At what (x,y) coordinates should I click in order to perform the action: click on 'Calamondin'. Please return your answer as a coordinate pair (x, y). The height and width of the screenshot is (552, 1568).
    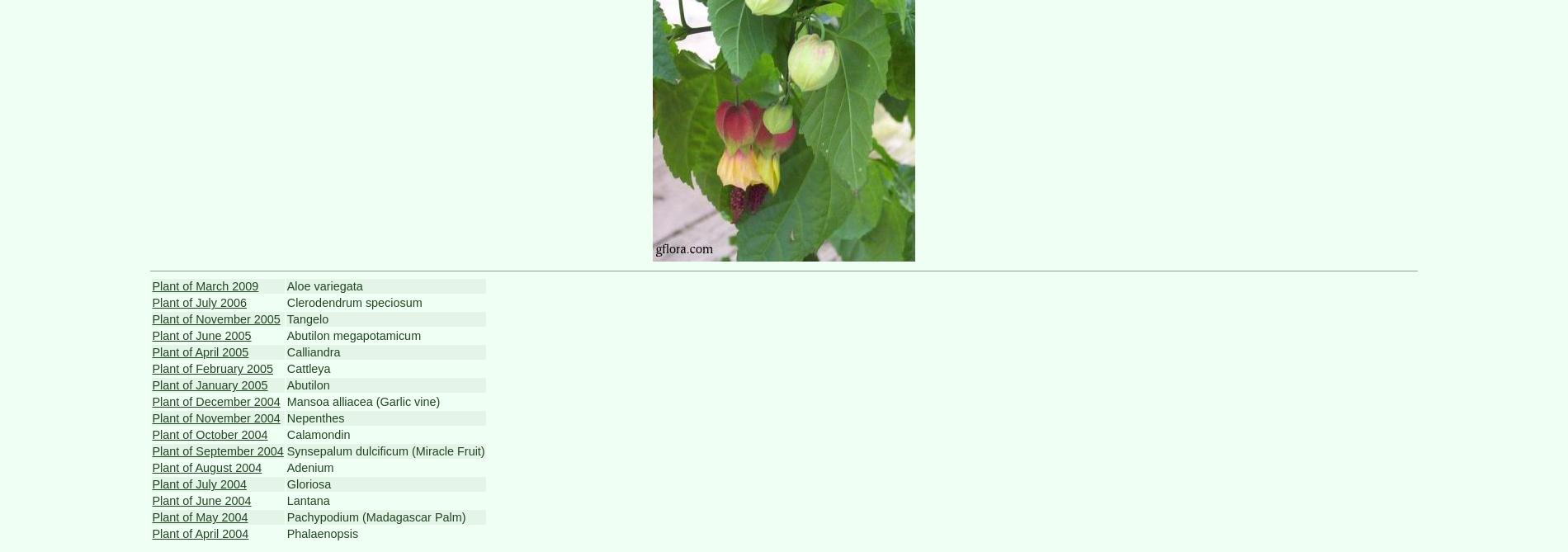
    Looking at the image, I should click on (317, 434).